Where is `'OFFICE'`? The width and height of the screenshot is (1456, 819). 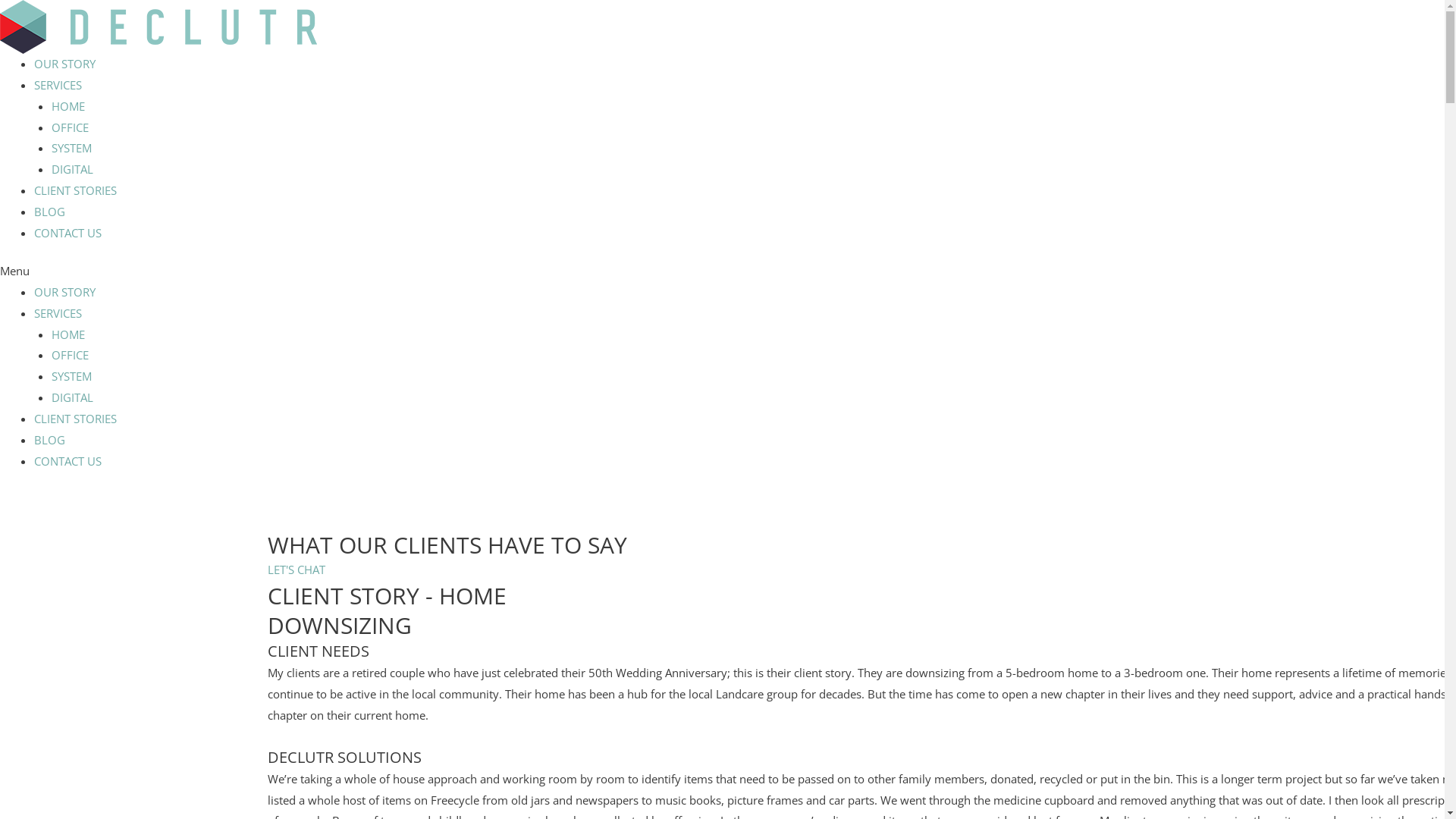
'OFFICE' is located at coordinates (69, 127).